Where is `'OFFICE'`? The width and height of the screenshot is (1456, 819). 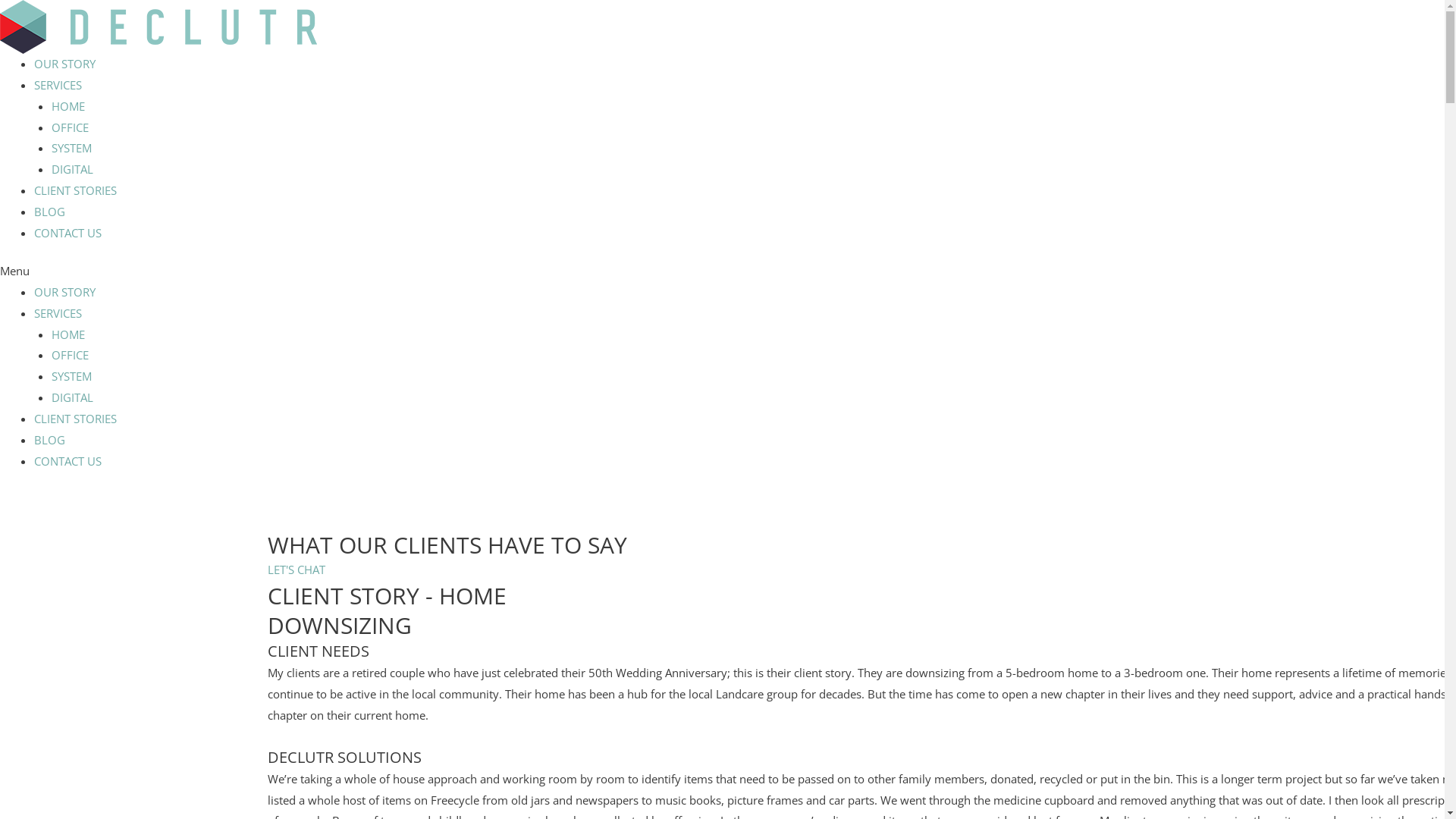
'OFFICE' is located at coordinates (69, 127).